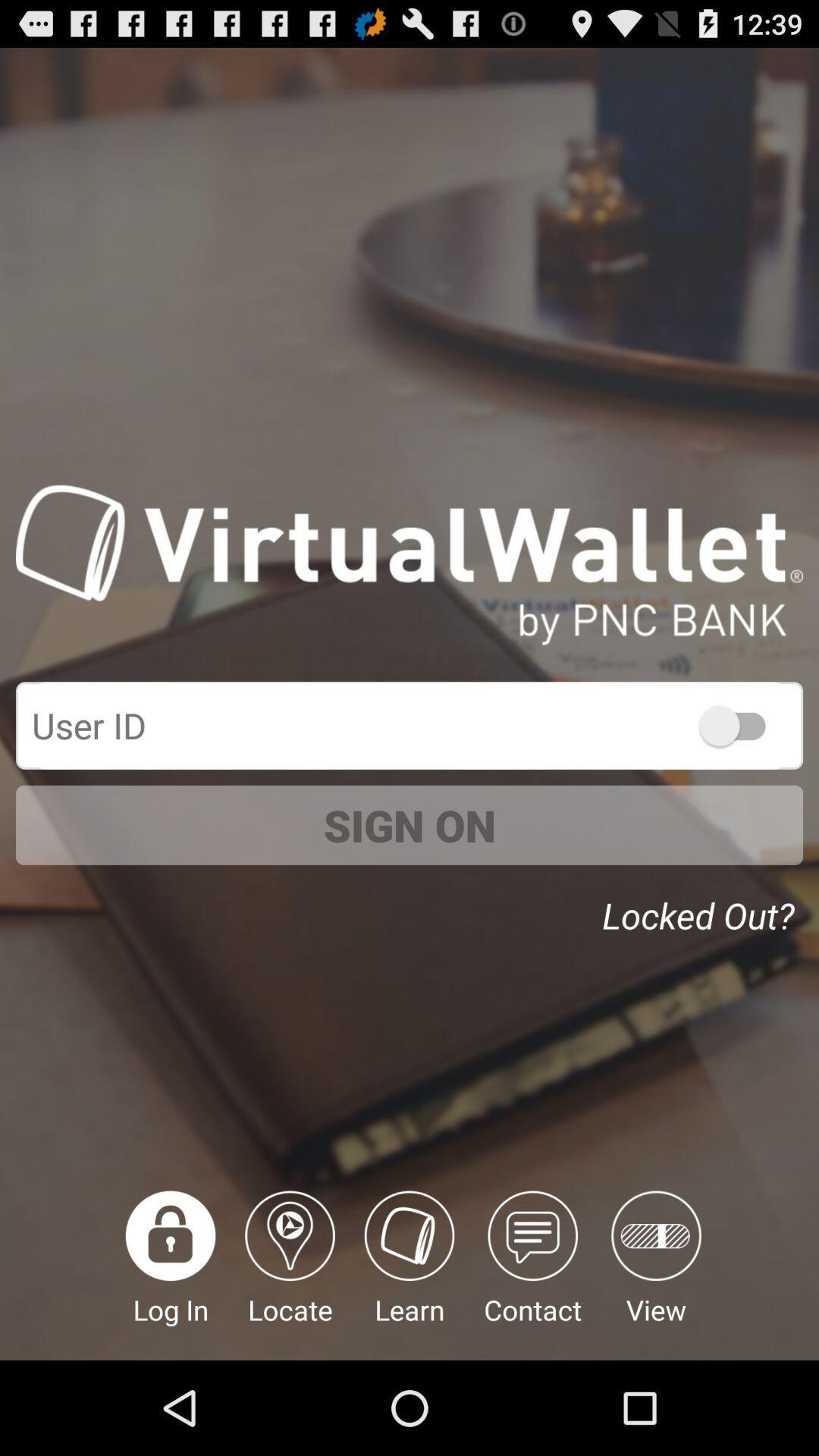 The height and width of the screenshot is (1456, 819). I want to click on the item next to contact, so click(409, 1275).